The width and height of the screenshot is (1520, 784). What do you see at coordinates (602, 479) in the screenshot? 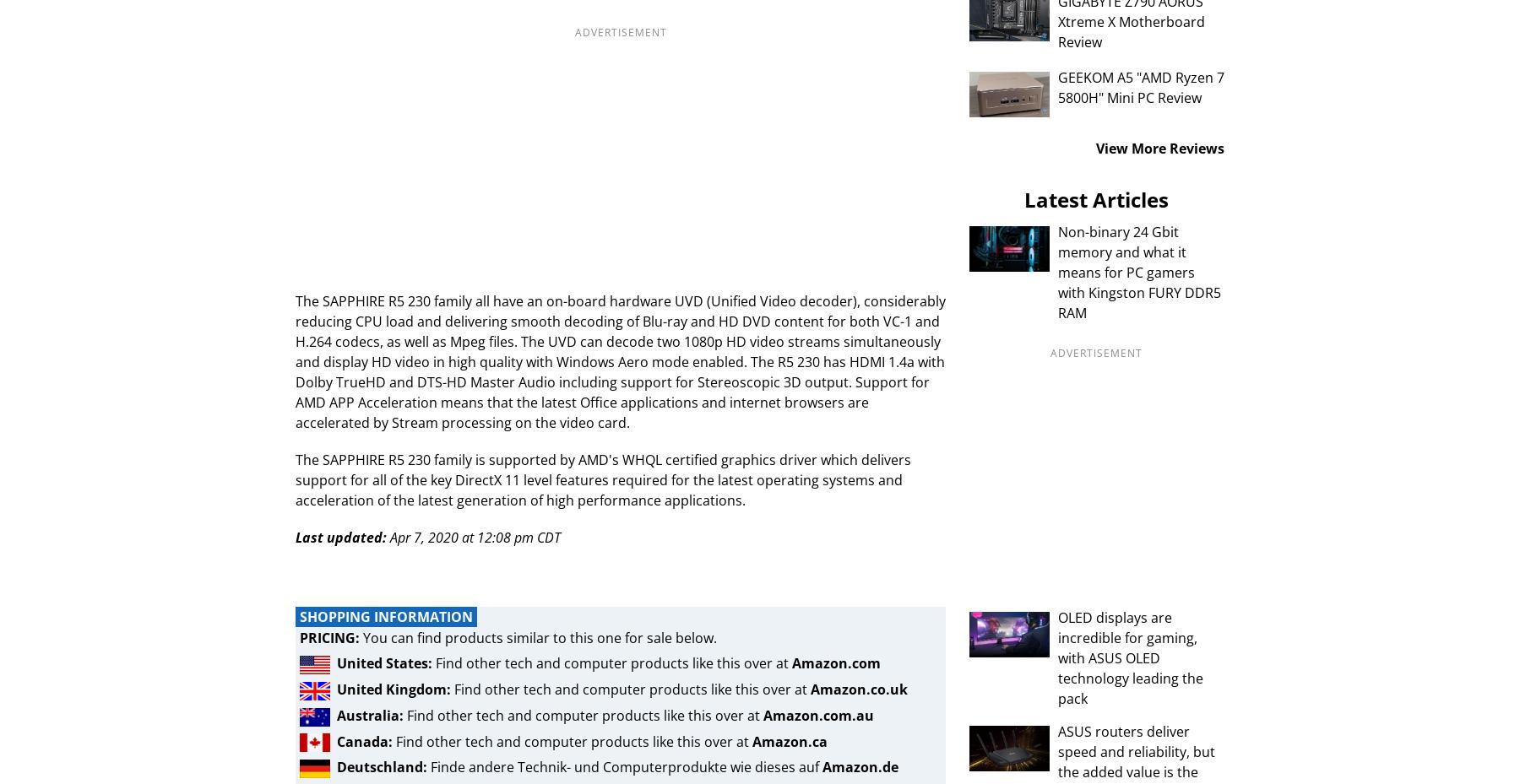
I see `'The SAPPHIRE R5 230 family is supported by AMD's WHQL certified graphics driver which delivers support for all of the key DirectX 11 level features required for the latest operating systems and acceleration of the latest generation of high performance applications.'` at bounding box center [602, 479].